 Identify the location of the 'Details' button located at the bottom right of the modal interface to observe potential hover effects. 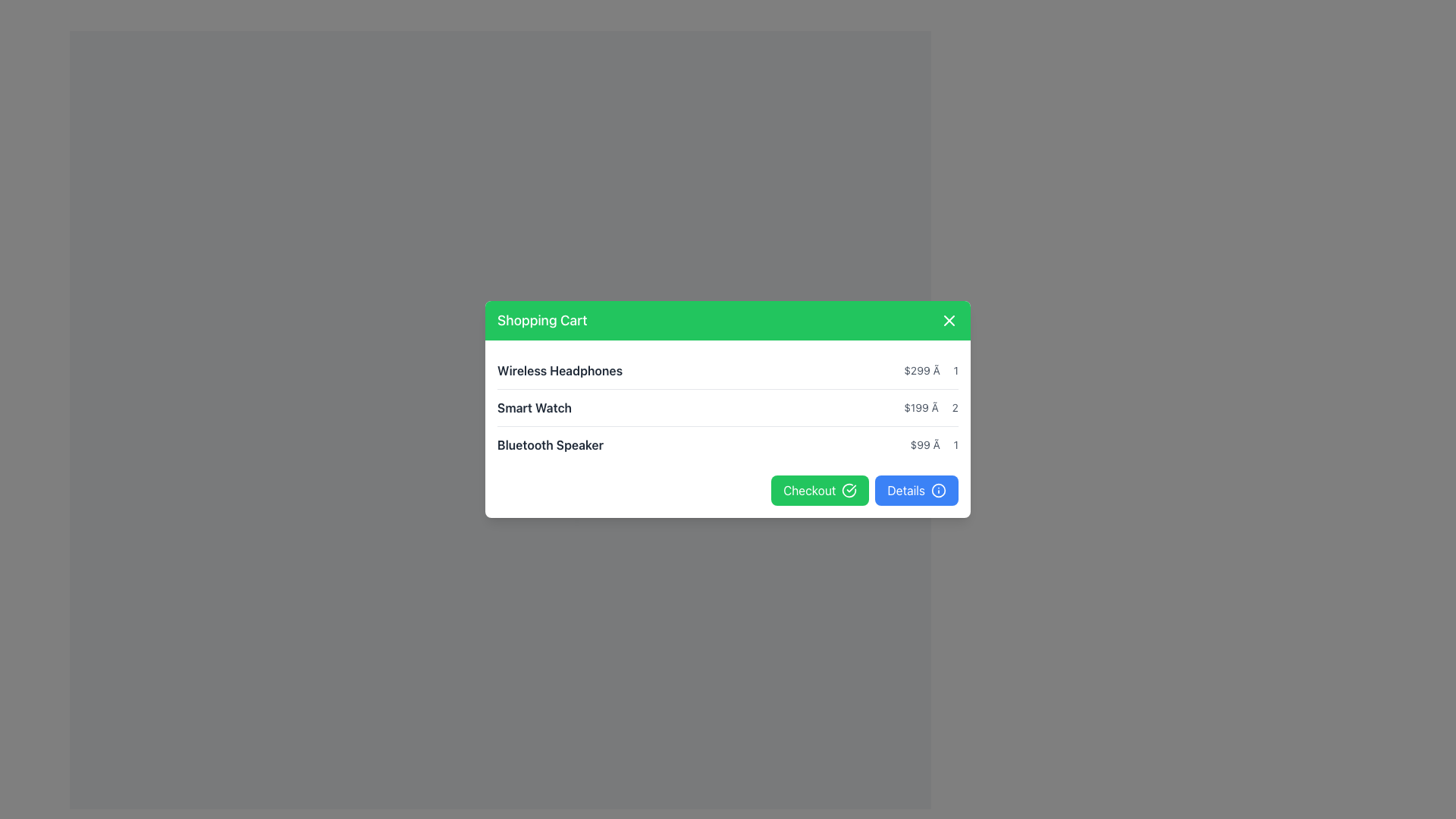
(916, 491).